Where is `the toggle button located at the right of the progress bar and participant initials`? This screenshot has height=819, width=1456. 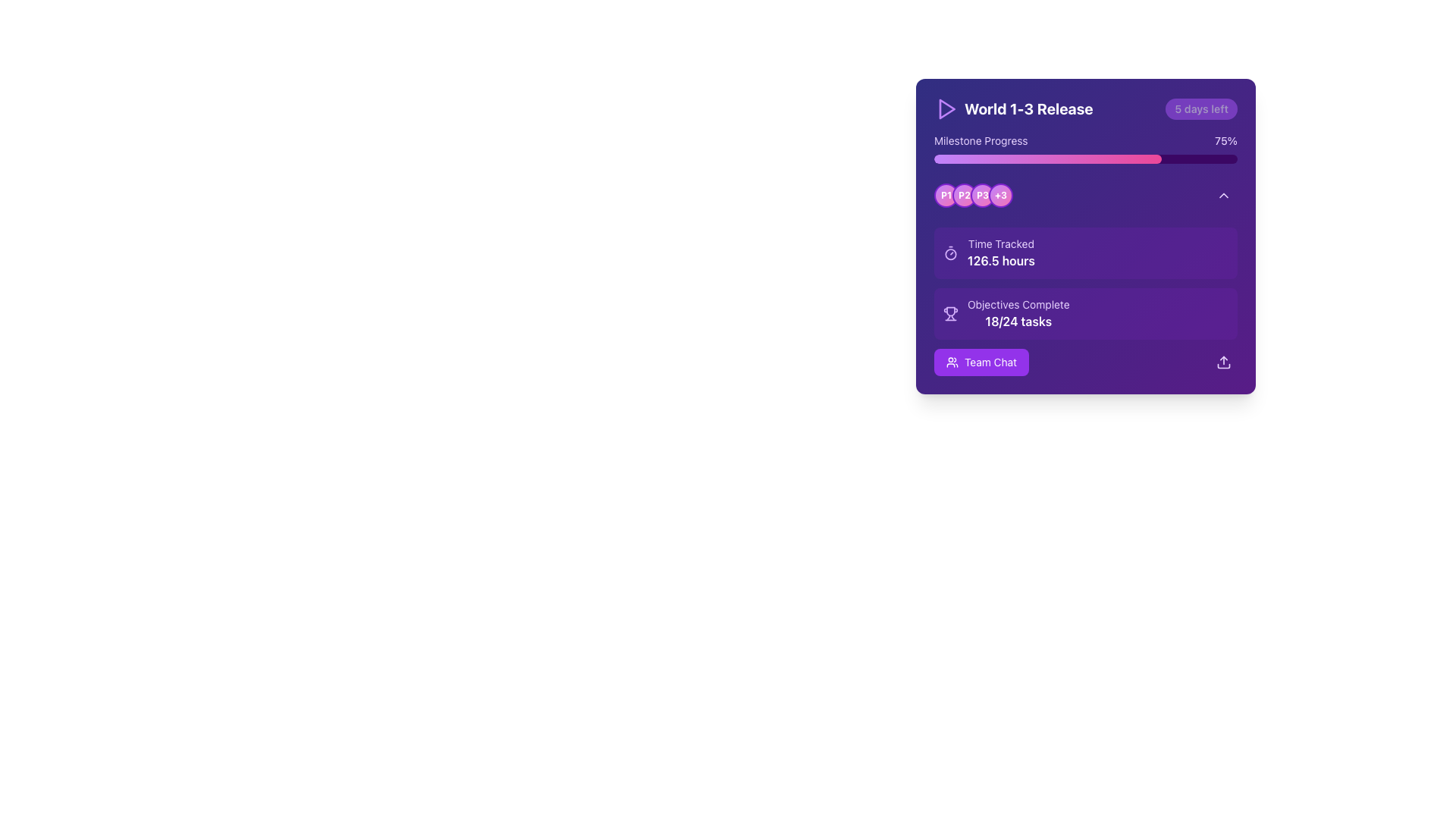 the toggle button located at the right of the progress bar and participant initials is located at coordinates (1223, 195).